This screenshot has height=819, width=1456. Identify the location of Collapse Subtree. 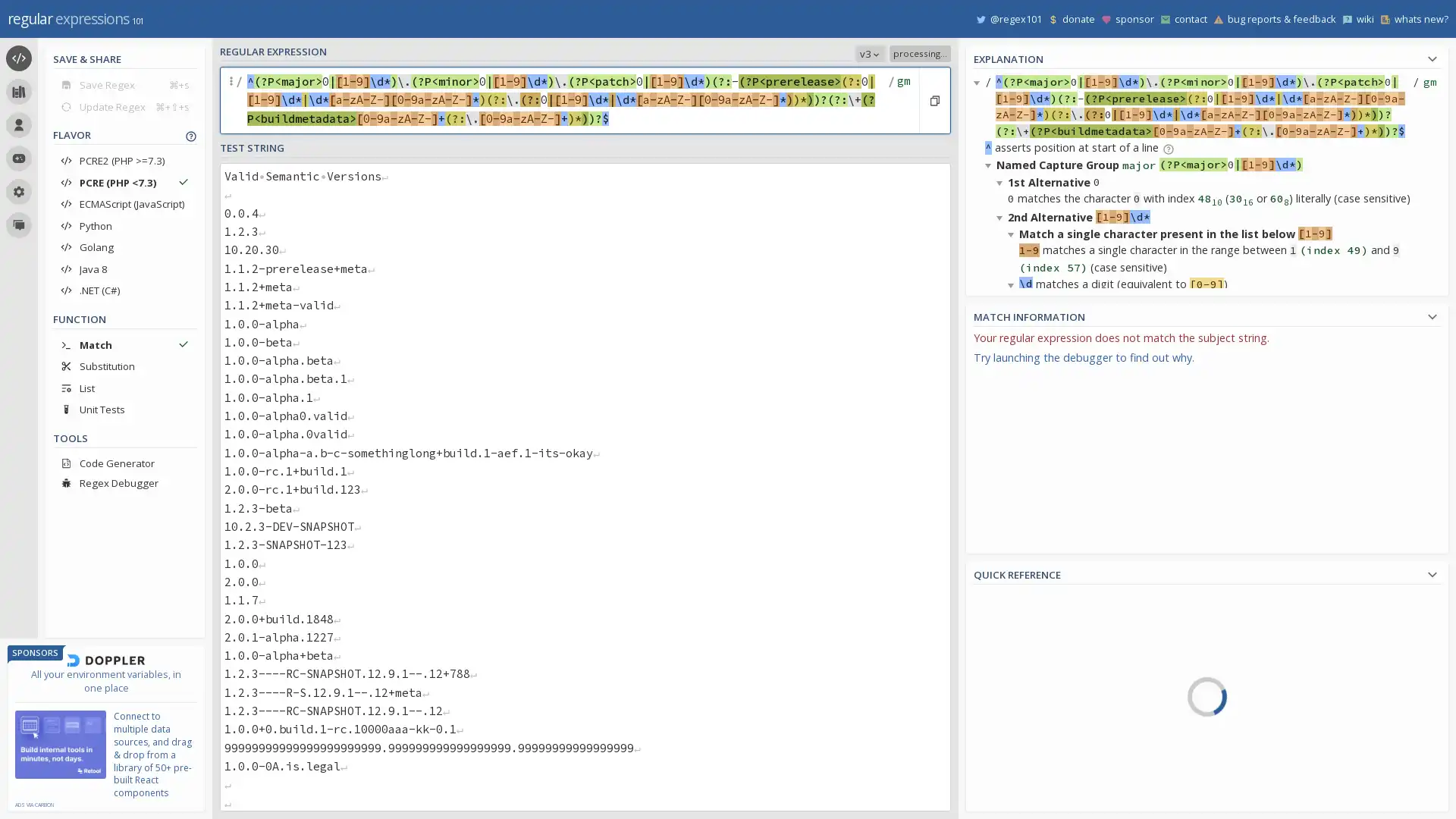
(1013, 422).